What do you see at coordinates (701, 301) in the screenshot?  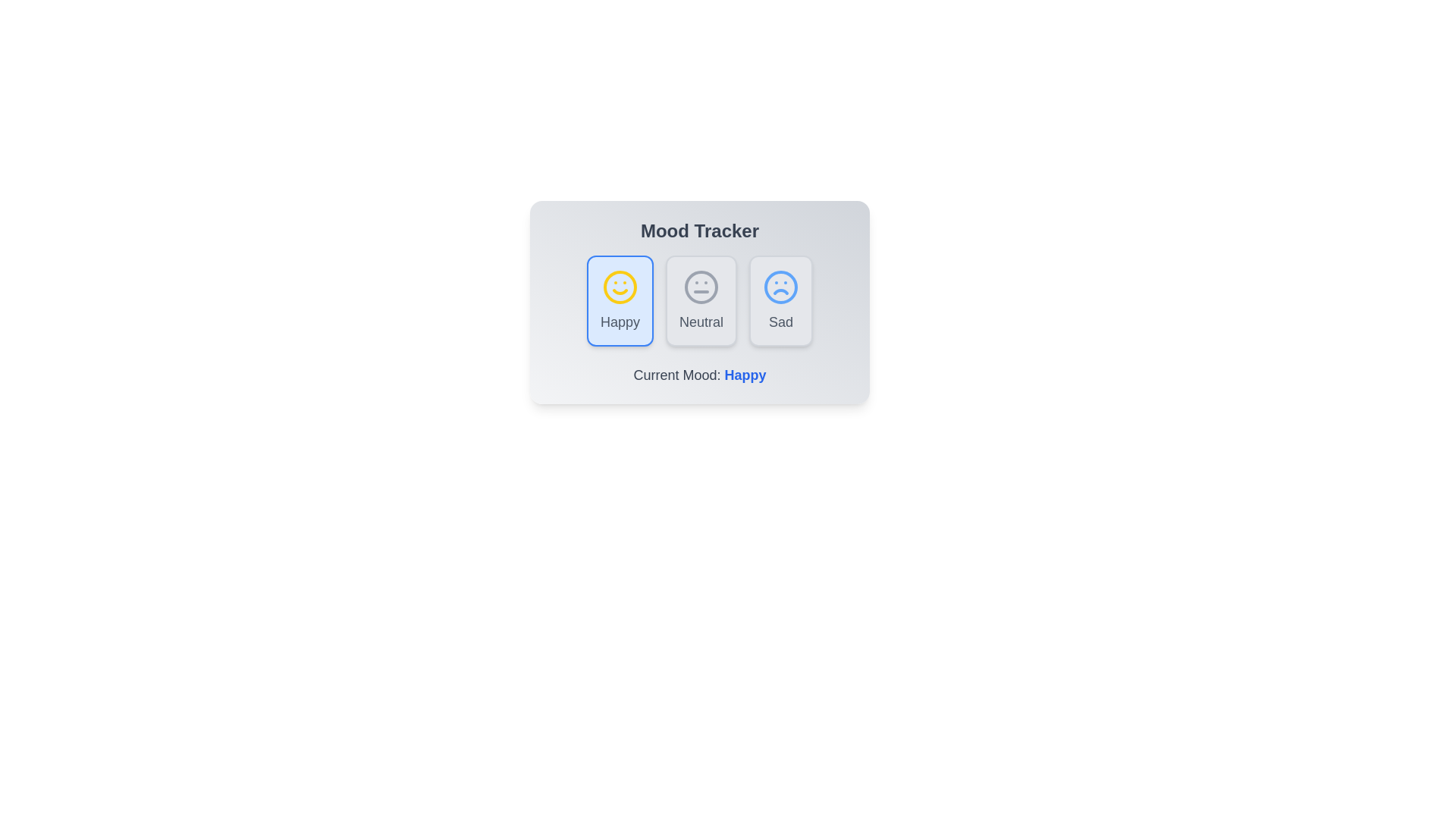 I see `the mood button labeled Neutral` at bounding box center [701, 301].